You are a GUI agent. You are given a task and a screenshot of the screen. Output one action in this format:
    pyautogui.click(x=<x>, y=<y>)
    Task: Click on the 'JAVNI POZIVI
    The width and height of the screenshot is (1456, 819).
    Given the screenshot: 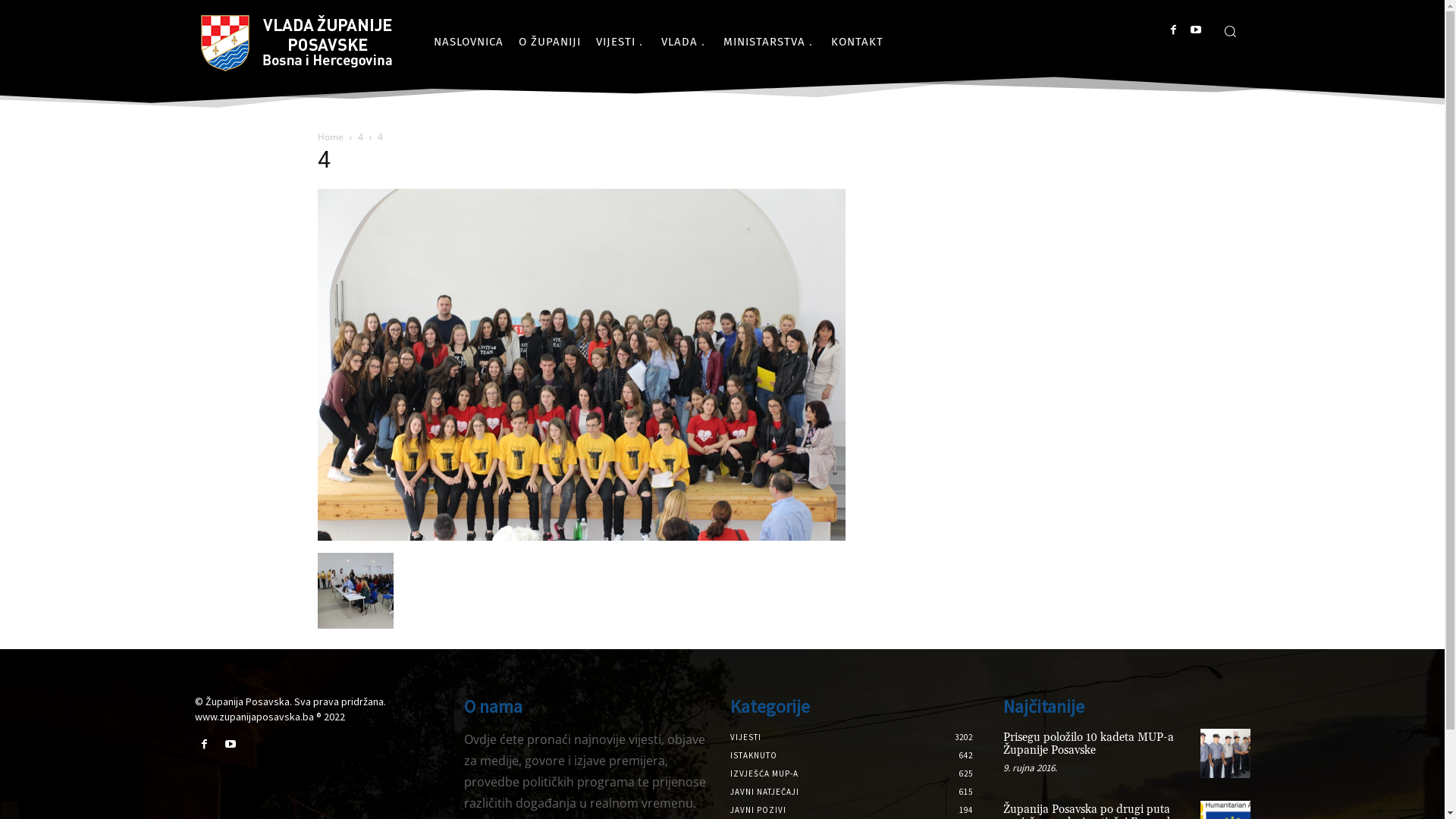 What is the action you would take?
    pyautogui.click(x=757, y=809)
    